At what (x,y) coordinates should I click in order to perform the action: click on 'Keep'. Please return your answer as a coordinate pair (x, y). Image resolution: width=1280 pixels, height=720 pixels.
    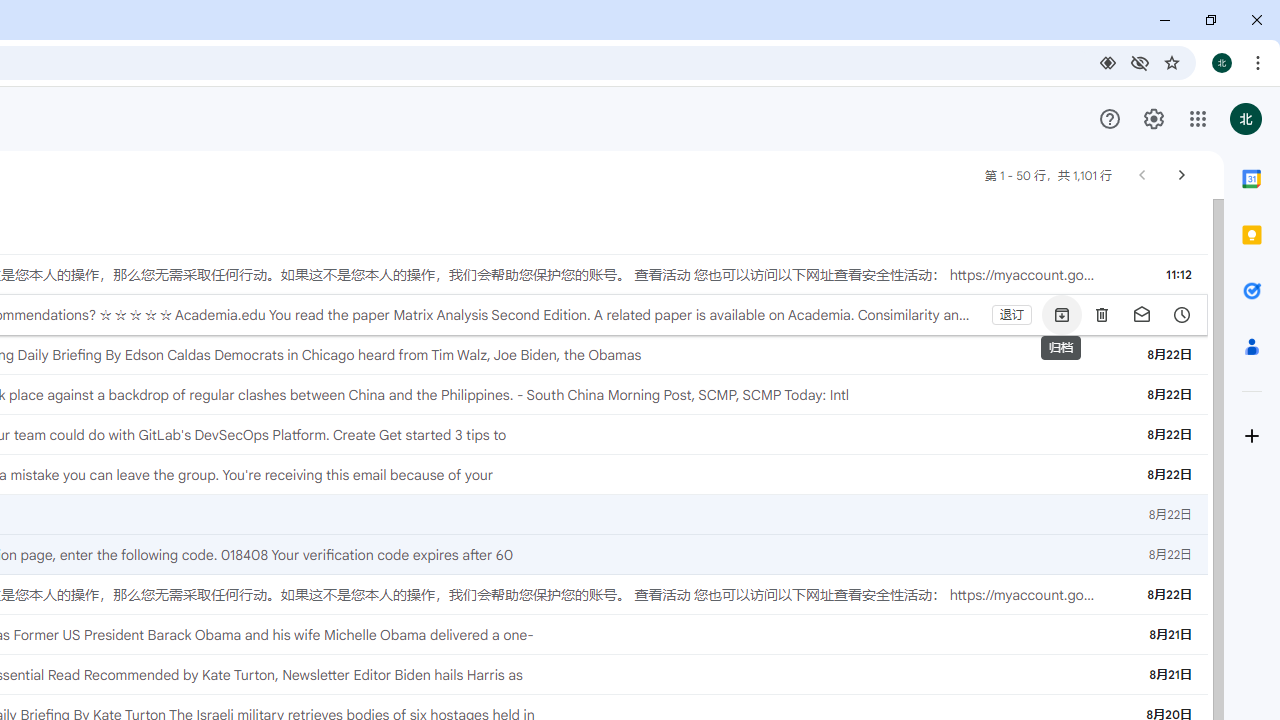
    Looking at the image, I should click on (1250, 234).